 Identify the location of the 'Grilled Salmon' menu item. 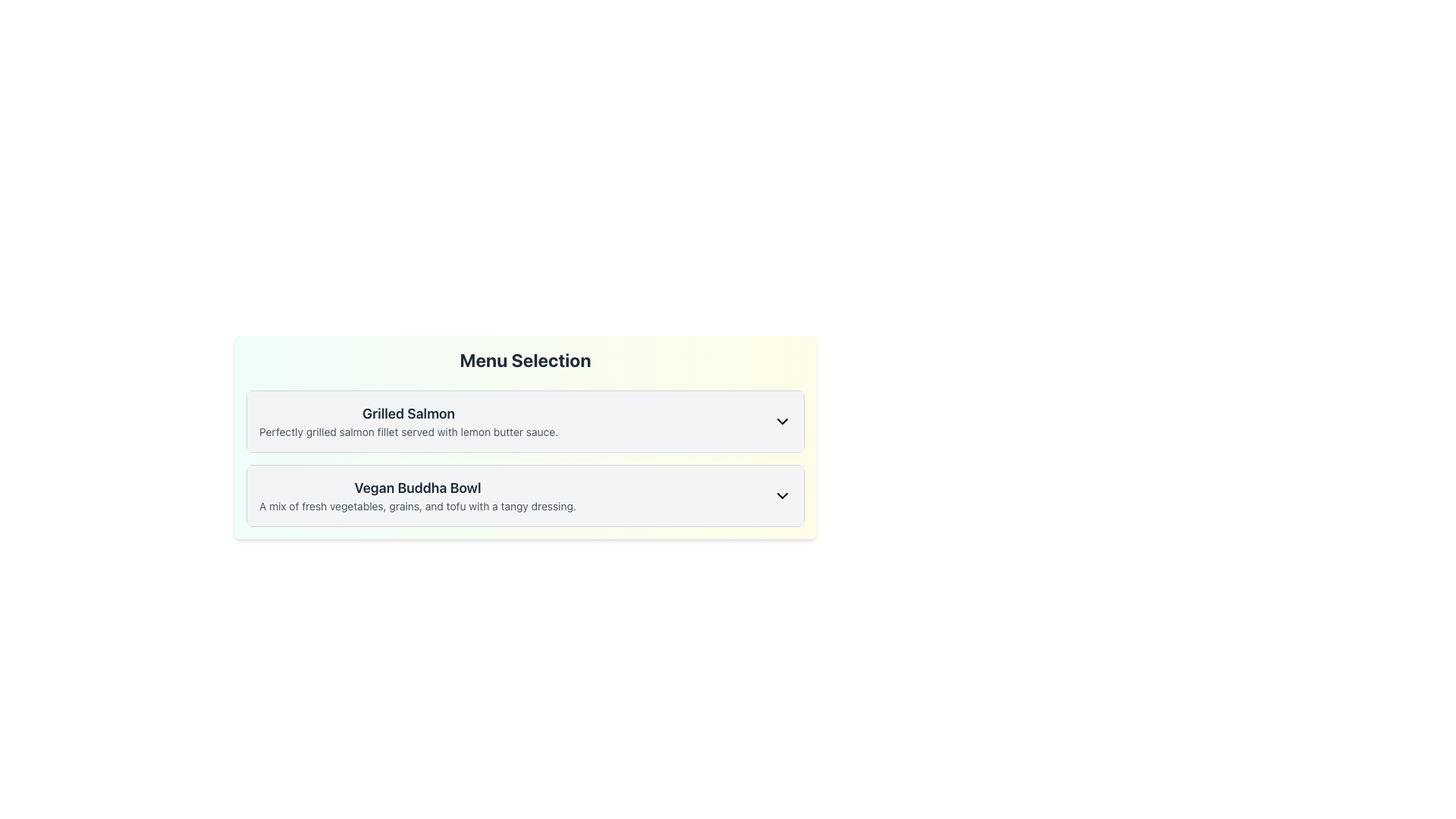
(525, 421).